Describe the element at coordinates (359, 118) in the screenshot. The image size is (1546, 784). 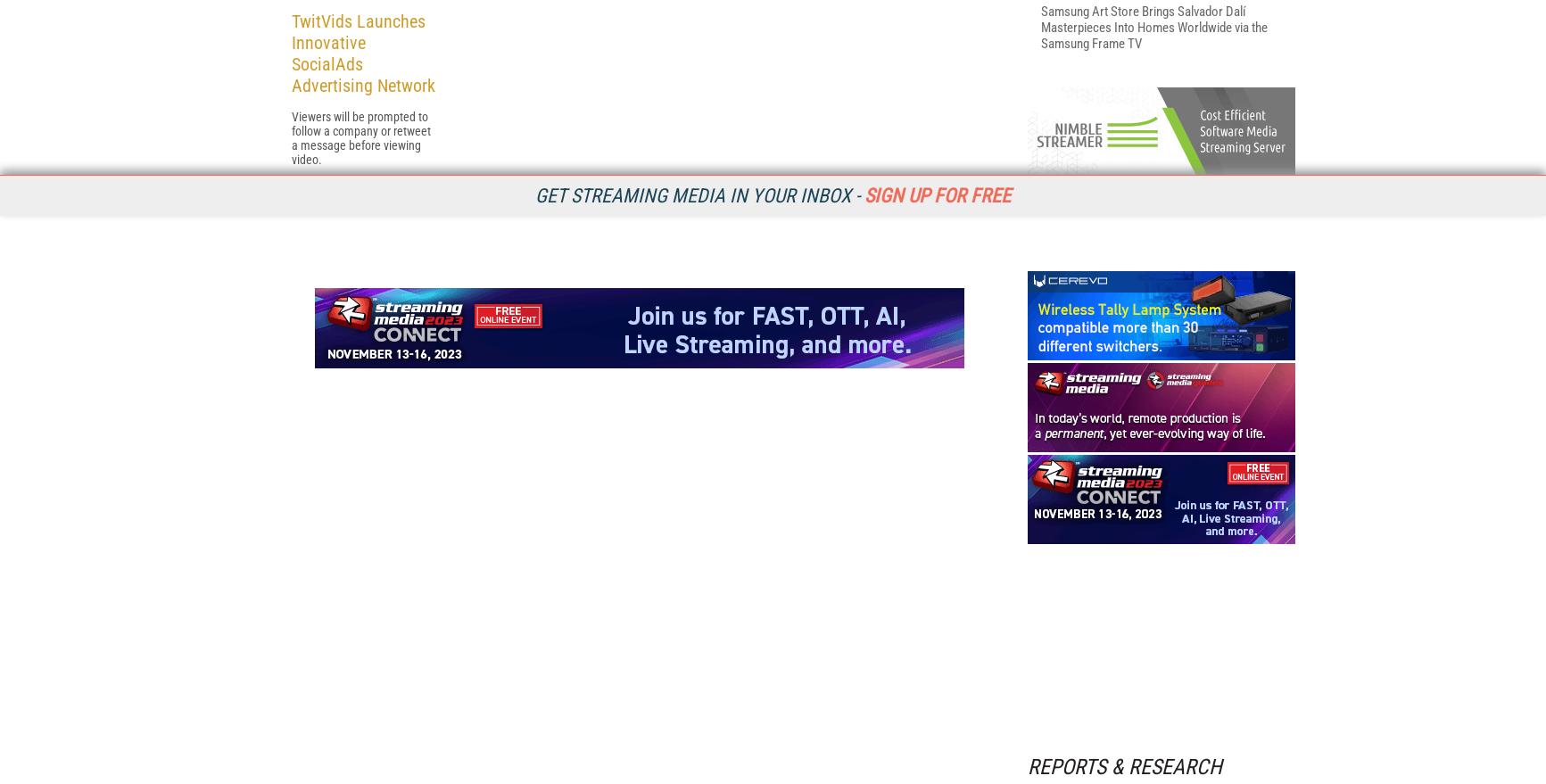
I see `'Related Articles'` at that location.